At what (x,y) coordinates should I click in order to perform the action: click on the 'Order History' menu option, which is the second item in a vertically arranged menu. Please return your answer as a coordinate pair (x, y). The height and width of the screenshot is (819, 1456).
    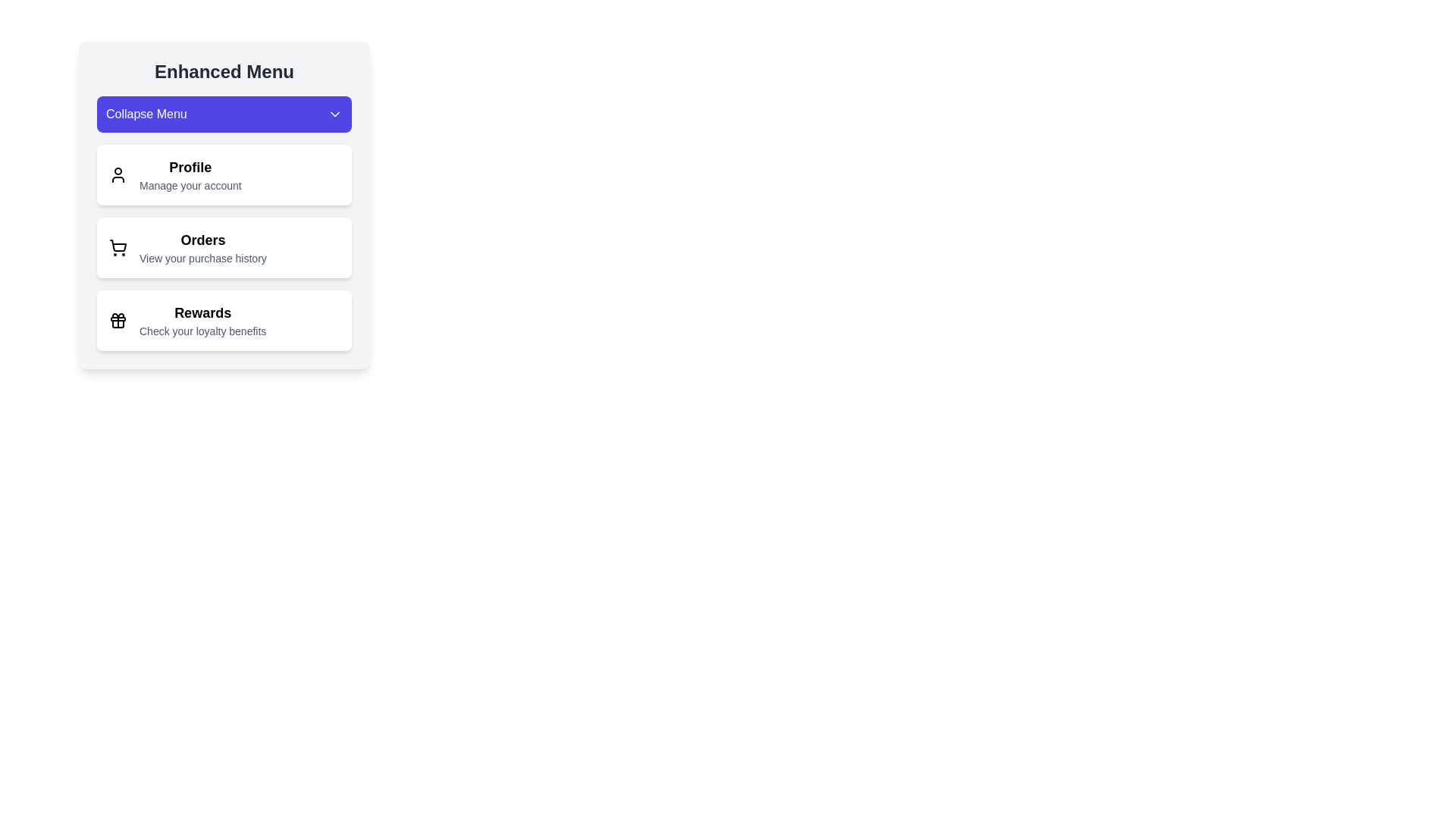
    Looking at the image, I should click on (224, 247).